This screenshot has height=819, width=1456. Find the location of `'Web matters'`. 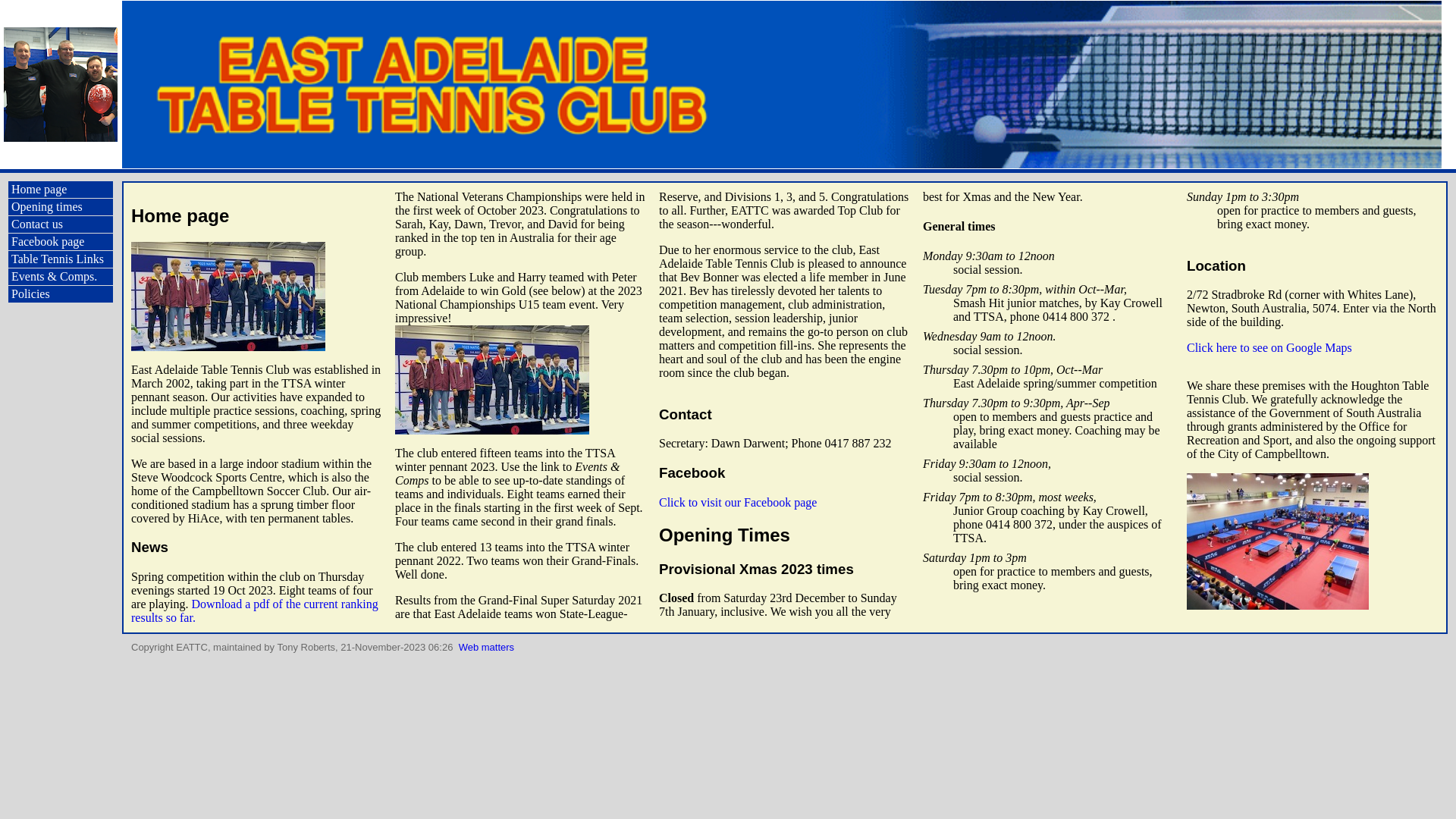

'Web matters' is located at coordinates (486, 647).